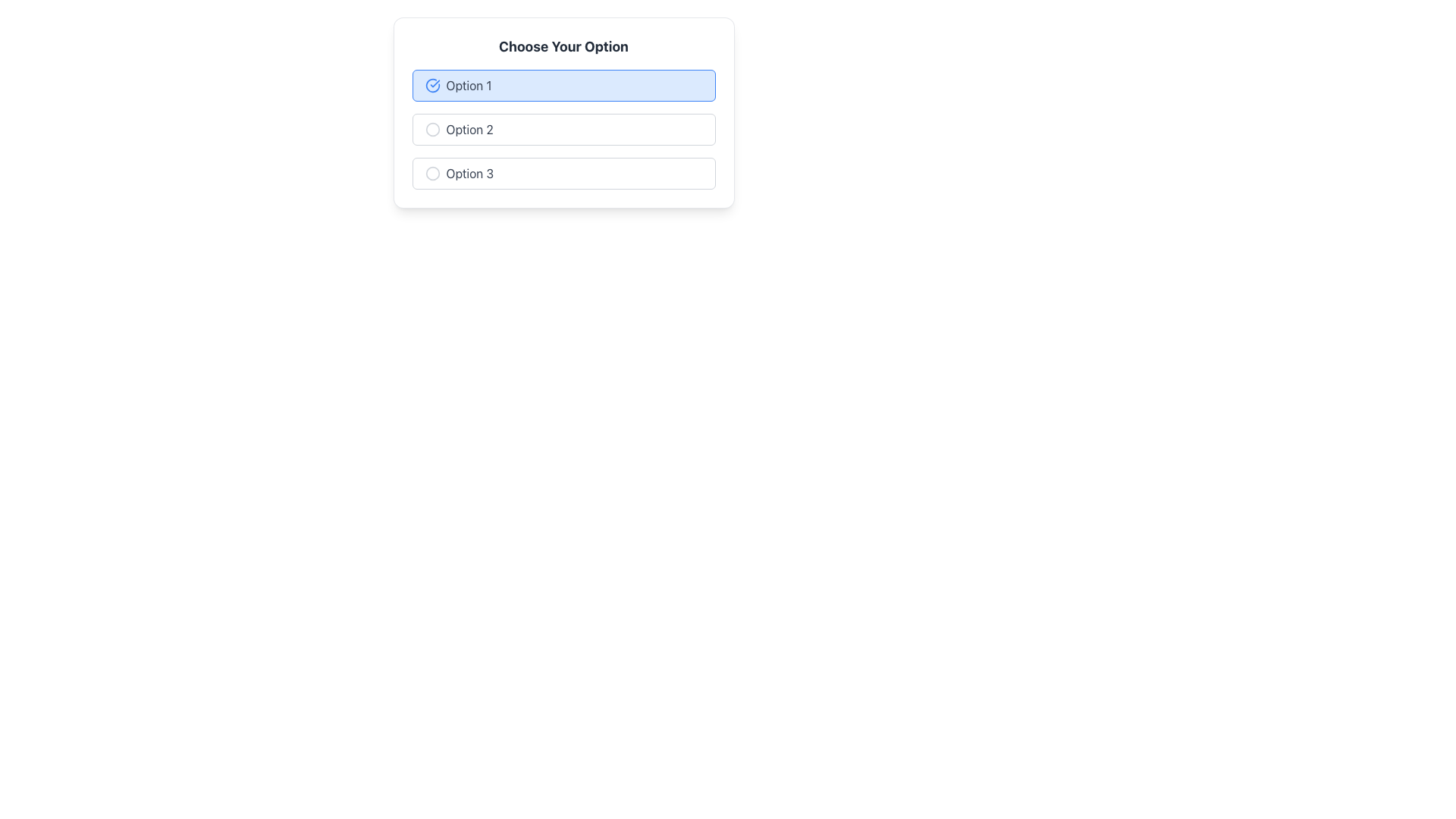 The image size is (1456, 819). What do you see at coordinates (431, 128) in the screenshot?
I see `the radio button for 'Option 2'` at bounding box center [431, 128].